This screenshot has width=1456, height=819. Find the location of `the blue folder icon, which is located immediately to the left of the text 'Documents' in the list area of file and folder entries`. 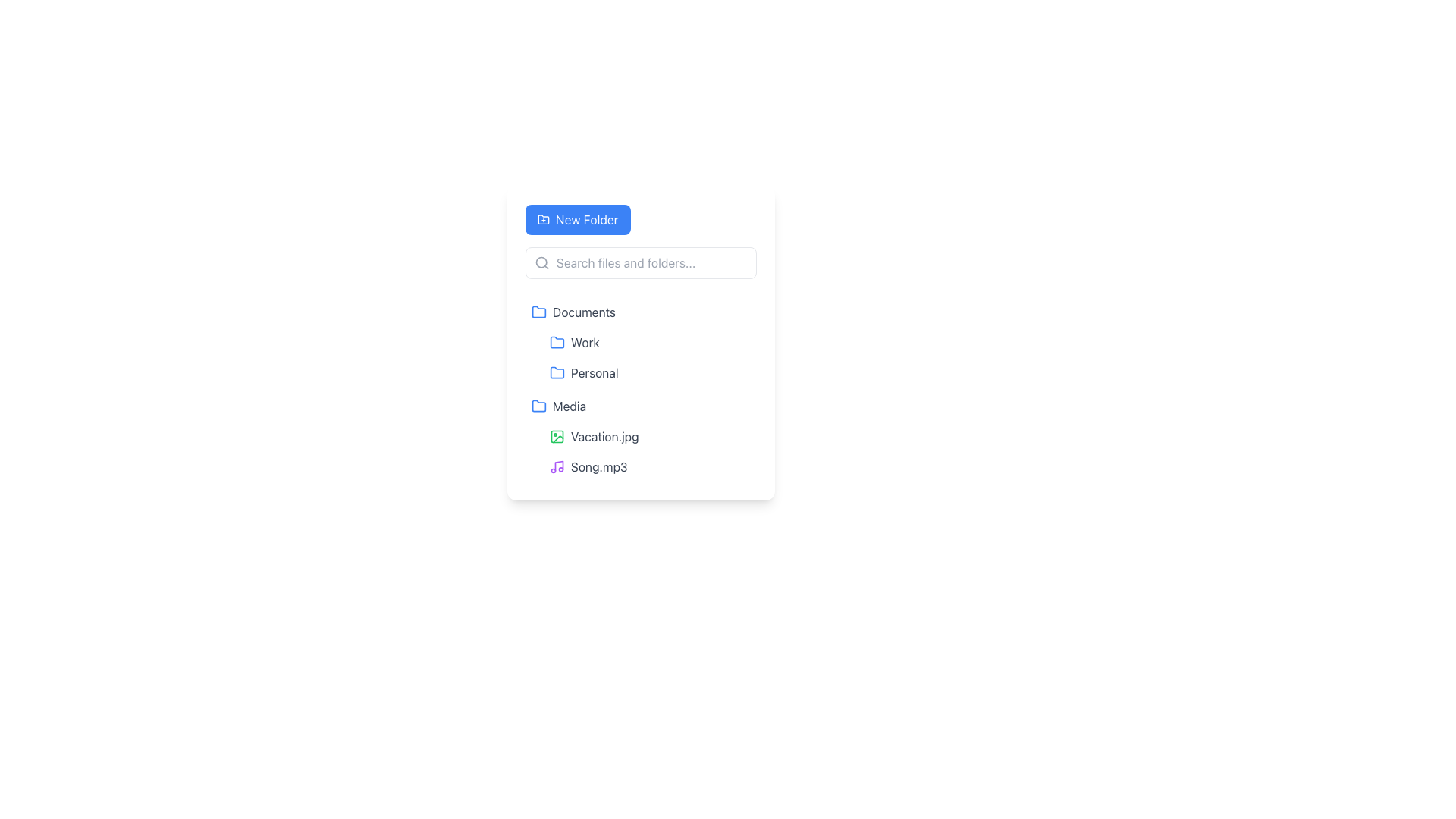

the blue folder icon, which is located immediately to the left of the text 'Documents' in the list area of file and folder entries is located at coordinates (538, 312).